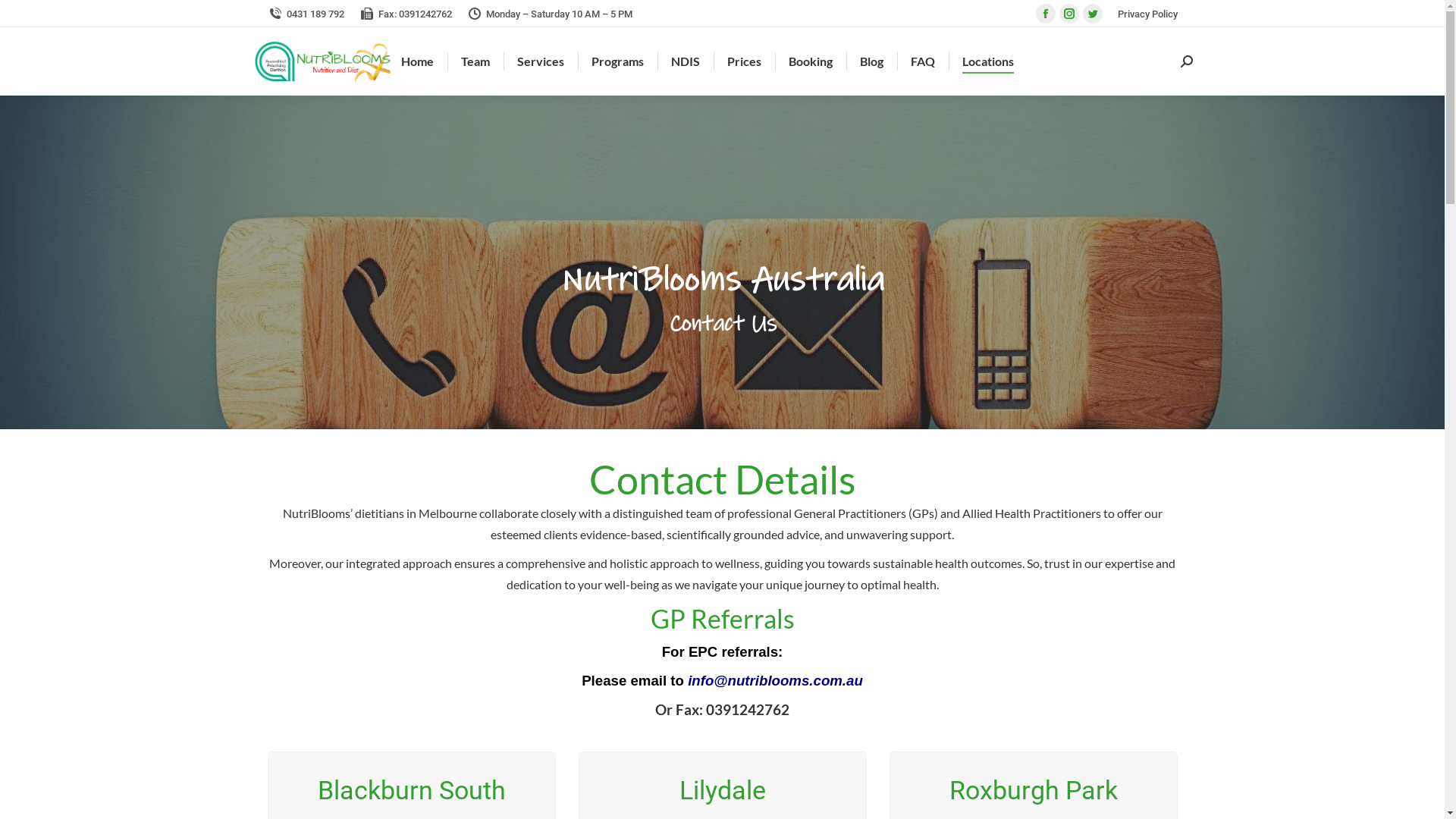 The image size is (1456, 819). Describe the element at coordinates (405, 13) in the screenshot. I see `'Fax: 0391242762'` at that location.